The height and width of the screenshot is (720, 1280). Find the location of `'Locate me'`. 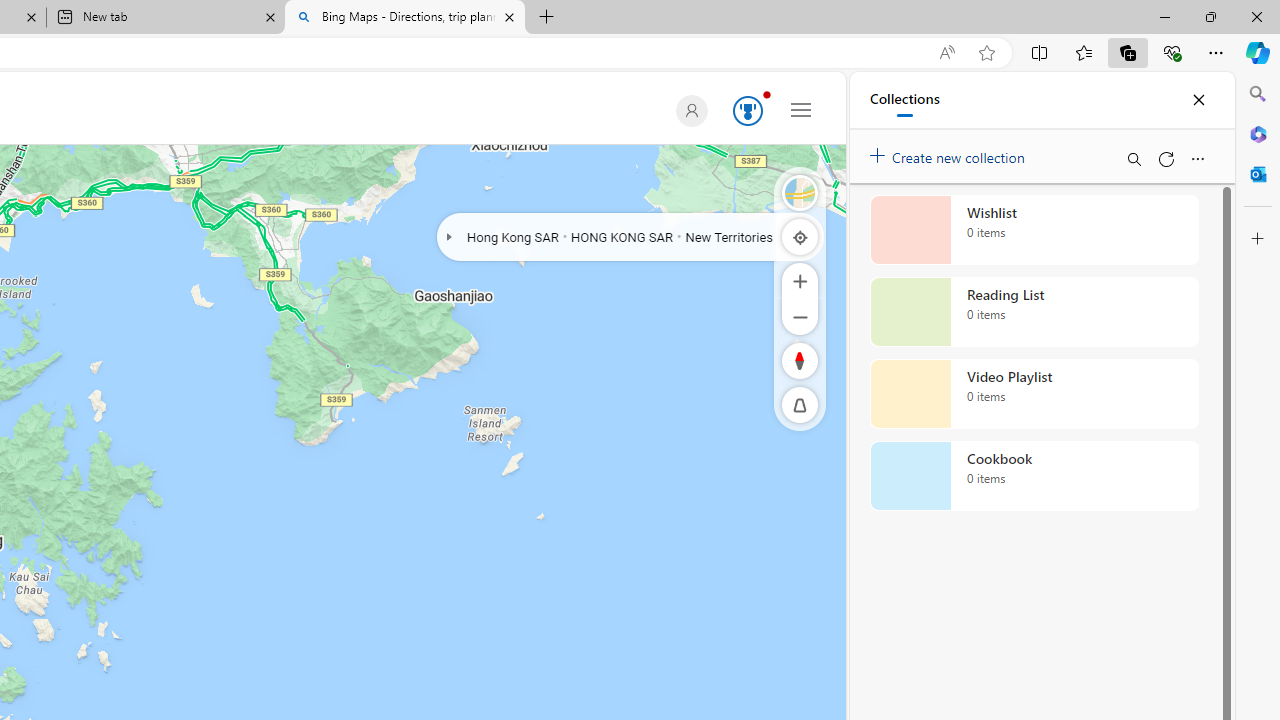

'Locate me' is located at coordinates (800, 235).